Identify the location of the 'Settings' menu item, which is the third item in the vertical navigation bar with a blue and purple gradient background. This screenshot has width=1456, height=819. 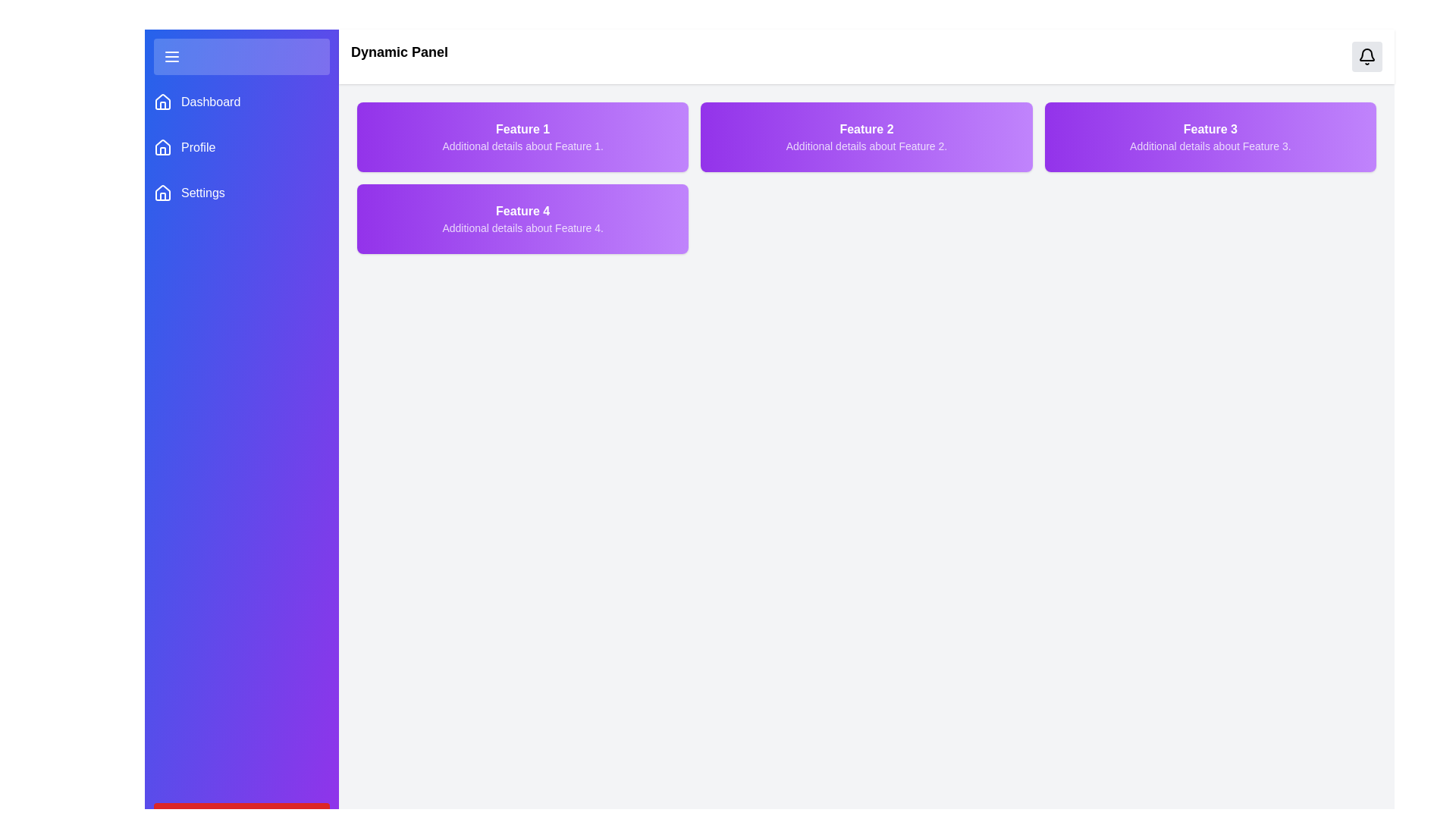
(240, 192).